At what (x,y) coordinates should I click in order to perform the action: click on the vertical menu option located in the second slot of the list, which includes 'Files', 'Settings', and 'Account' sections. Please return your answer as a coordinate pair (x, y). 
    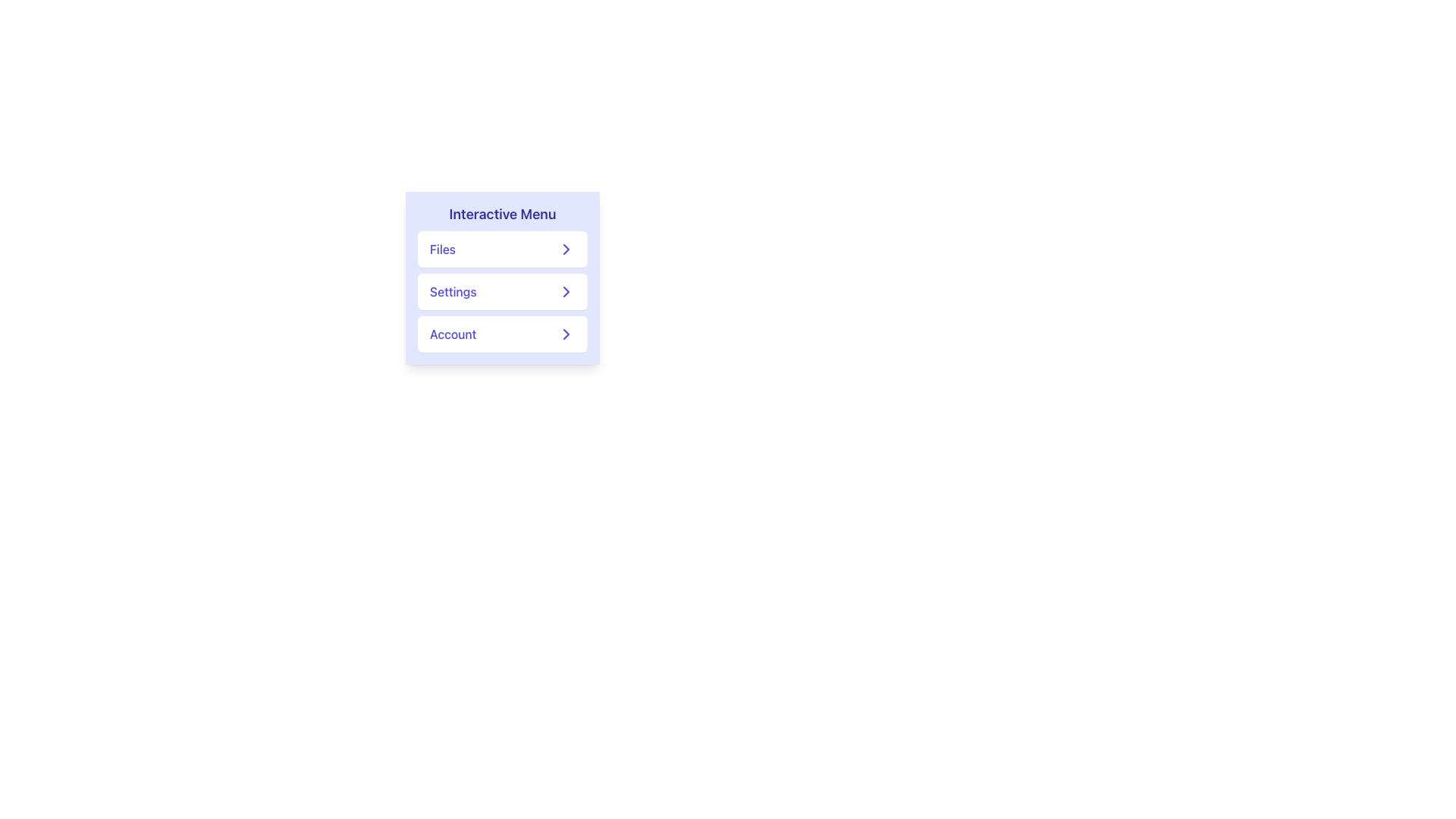
    Looking at the image, I should click on (502, 292).